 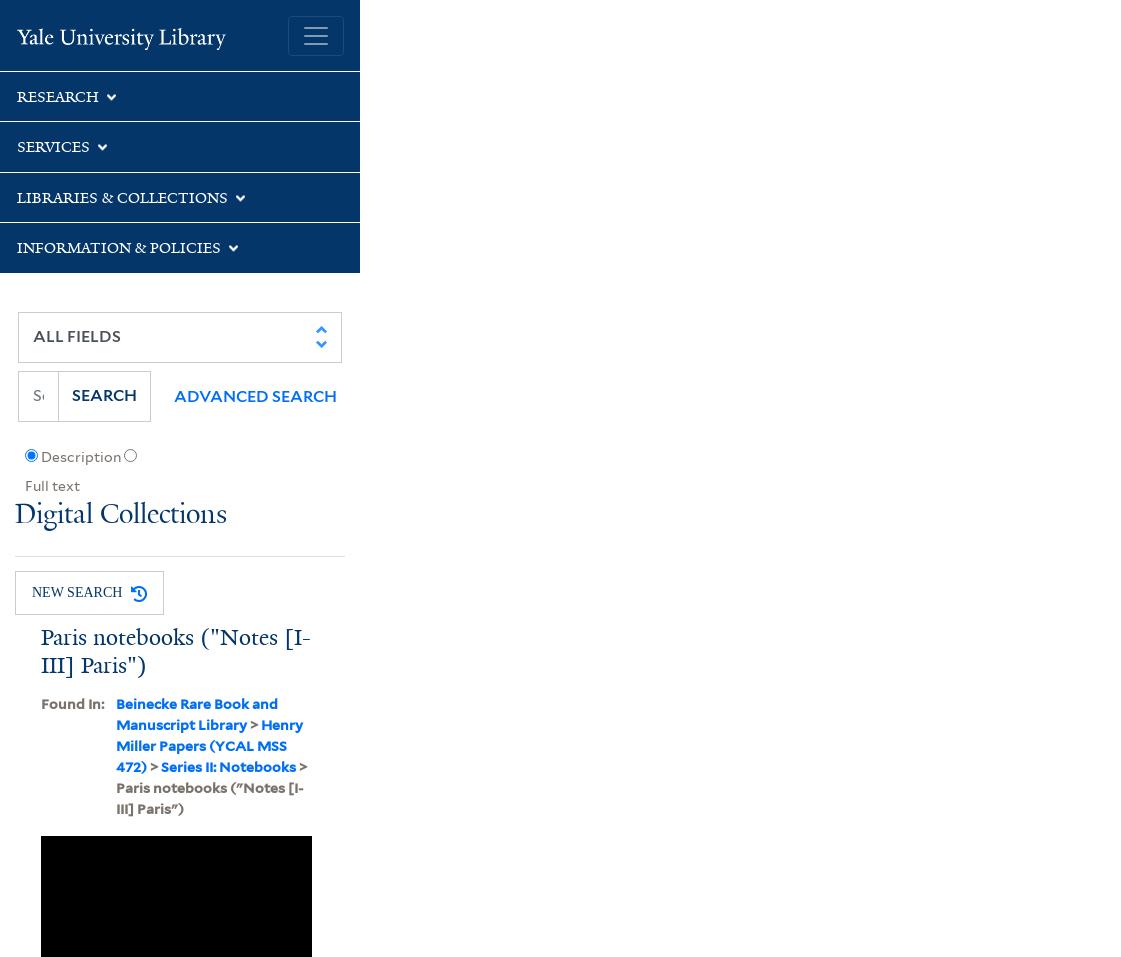 I want to click on '> Paris notebooks ("Notes [I-III] Paris")', so click(x=210, y=786).